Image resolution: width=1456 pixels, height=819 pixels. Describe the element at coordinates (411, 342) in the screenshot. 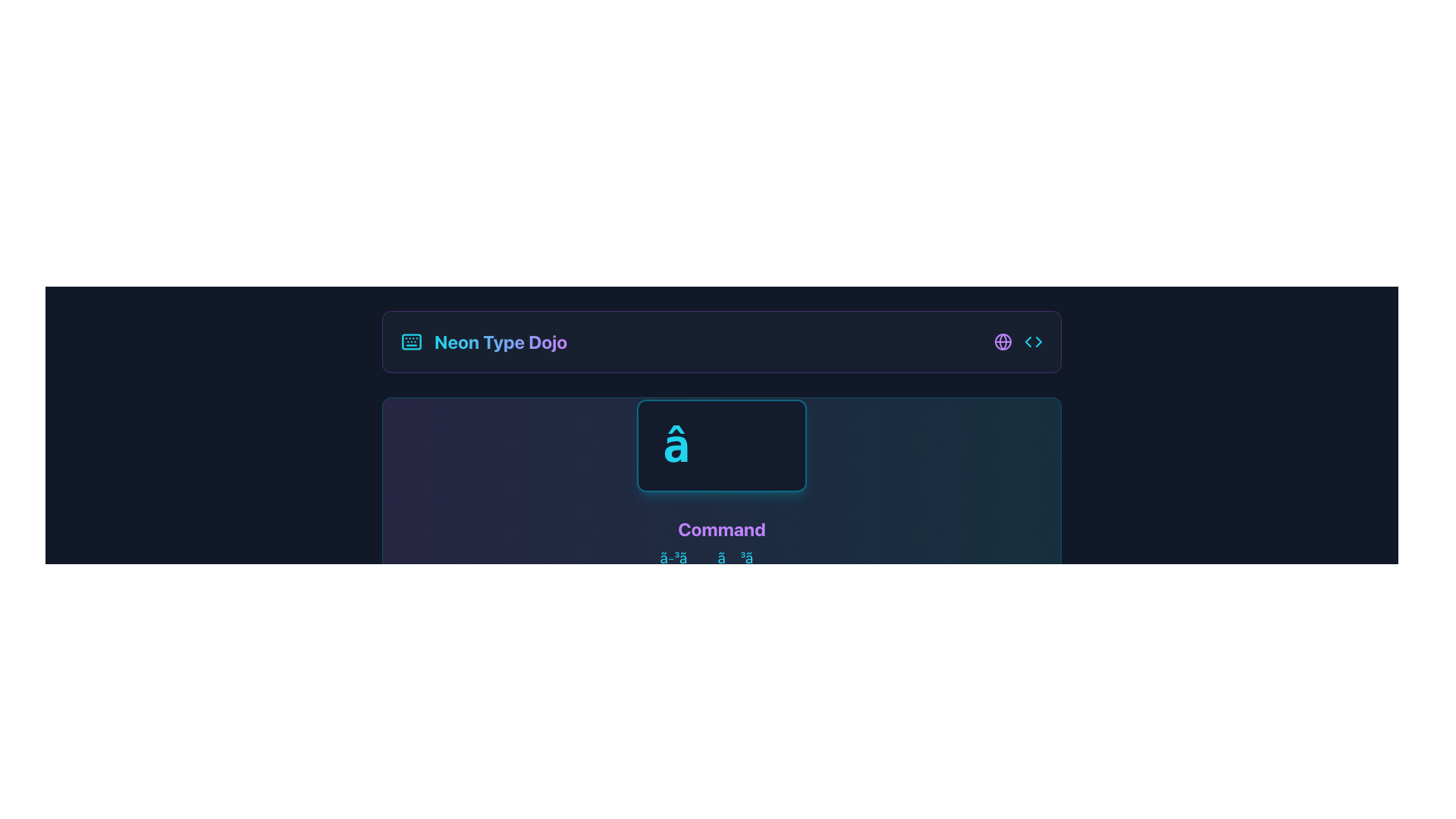

I see `the central rectangular button of the keyboard illustration to trigger relevant actions` at that location.